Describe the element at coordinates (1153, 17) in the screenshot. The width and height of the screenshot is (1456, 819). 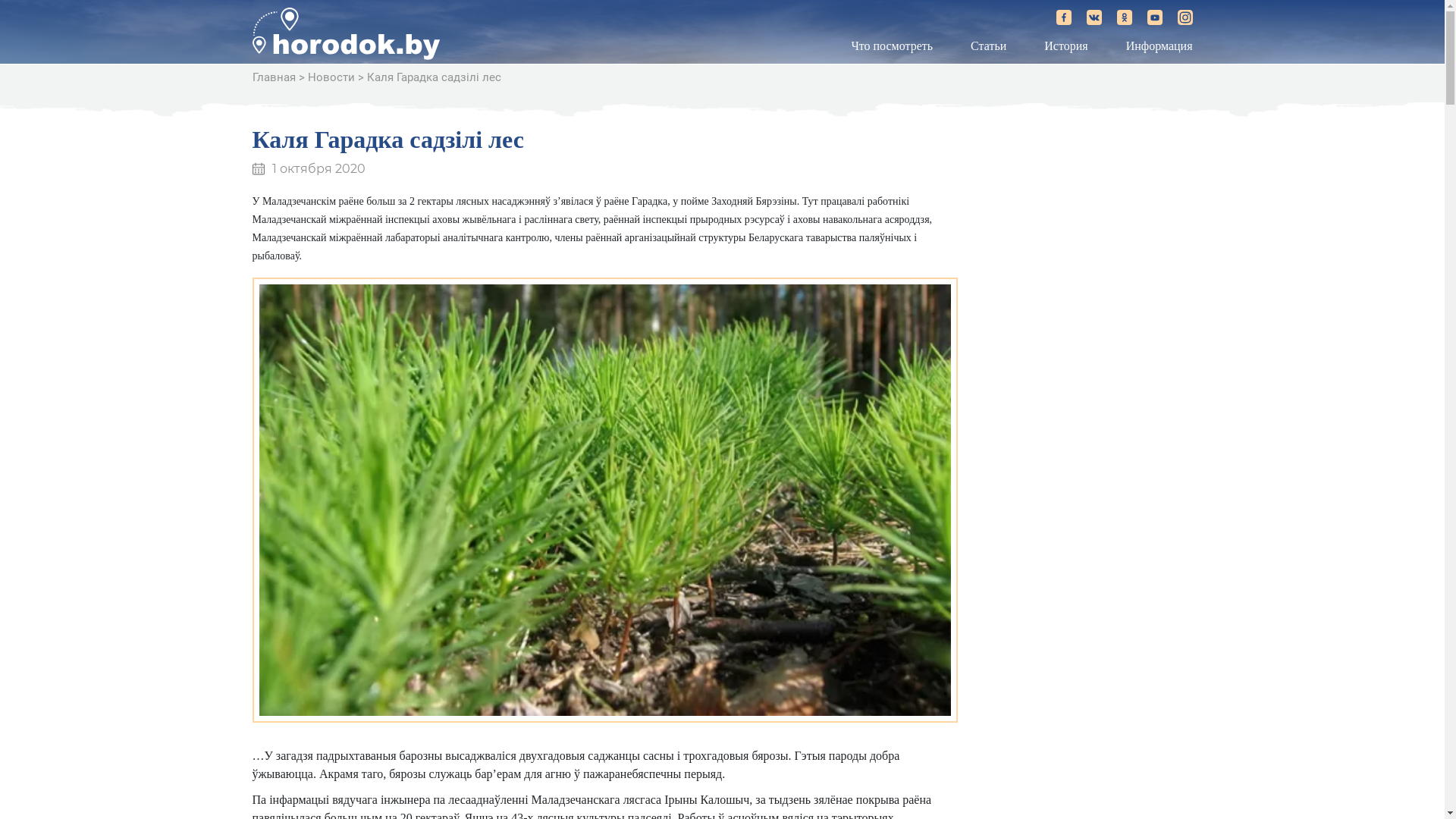
I see `'horodok.by on YouTube'` at that location.